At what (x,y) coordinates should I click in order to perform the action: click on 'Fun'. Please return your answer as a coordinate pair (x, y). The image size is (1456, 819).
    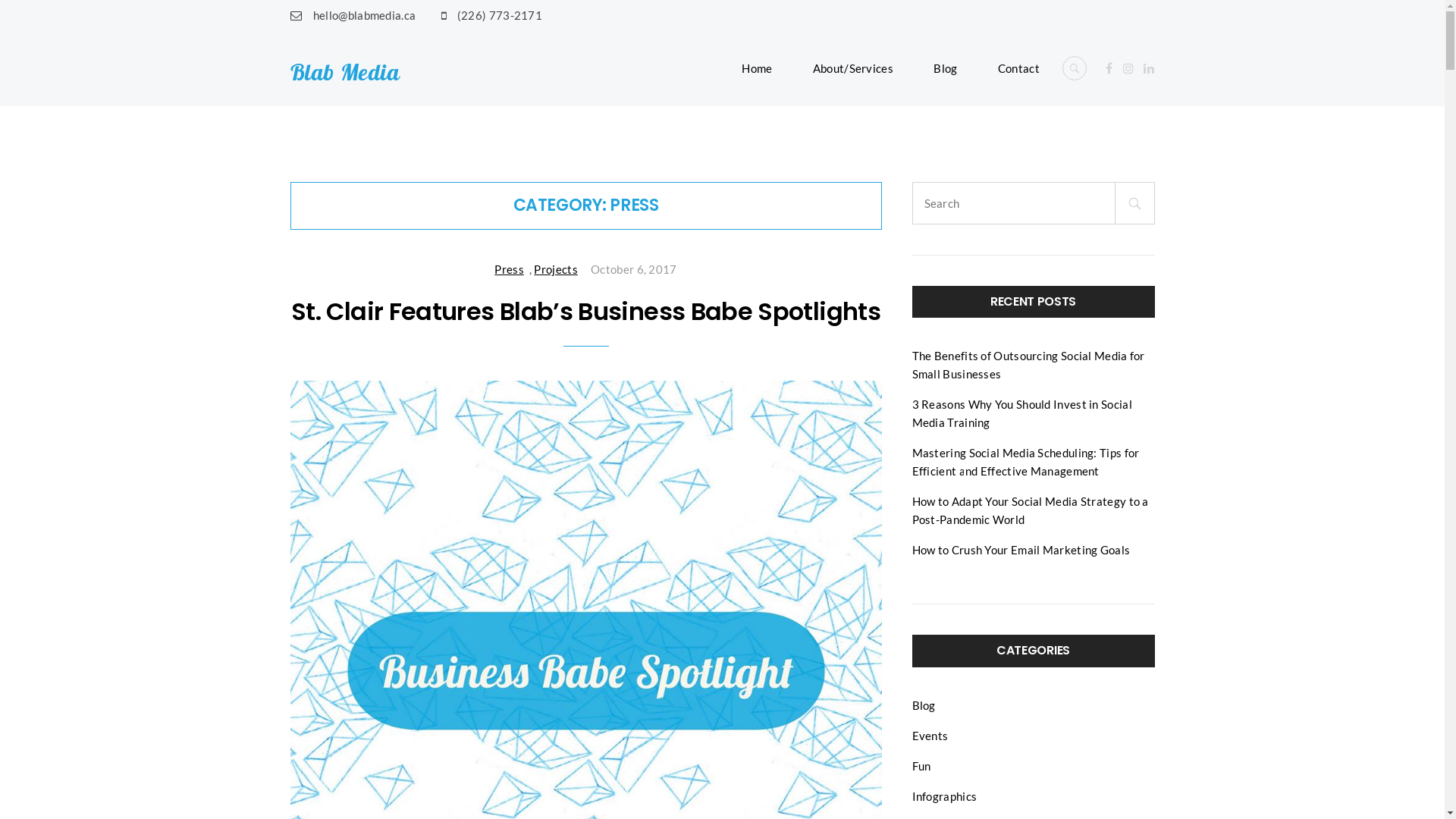
    Looking at the image, I should click on (920, 766).